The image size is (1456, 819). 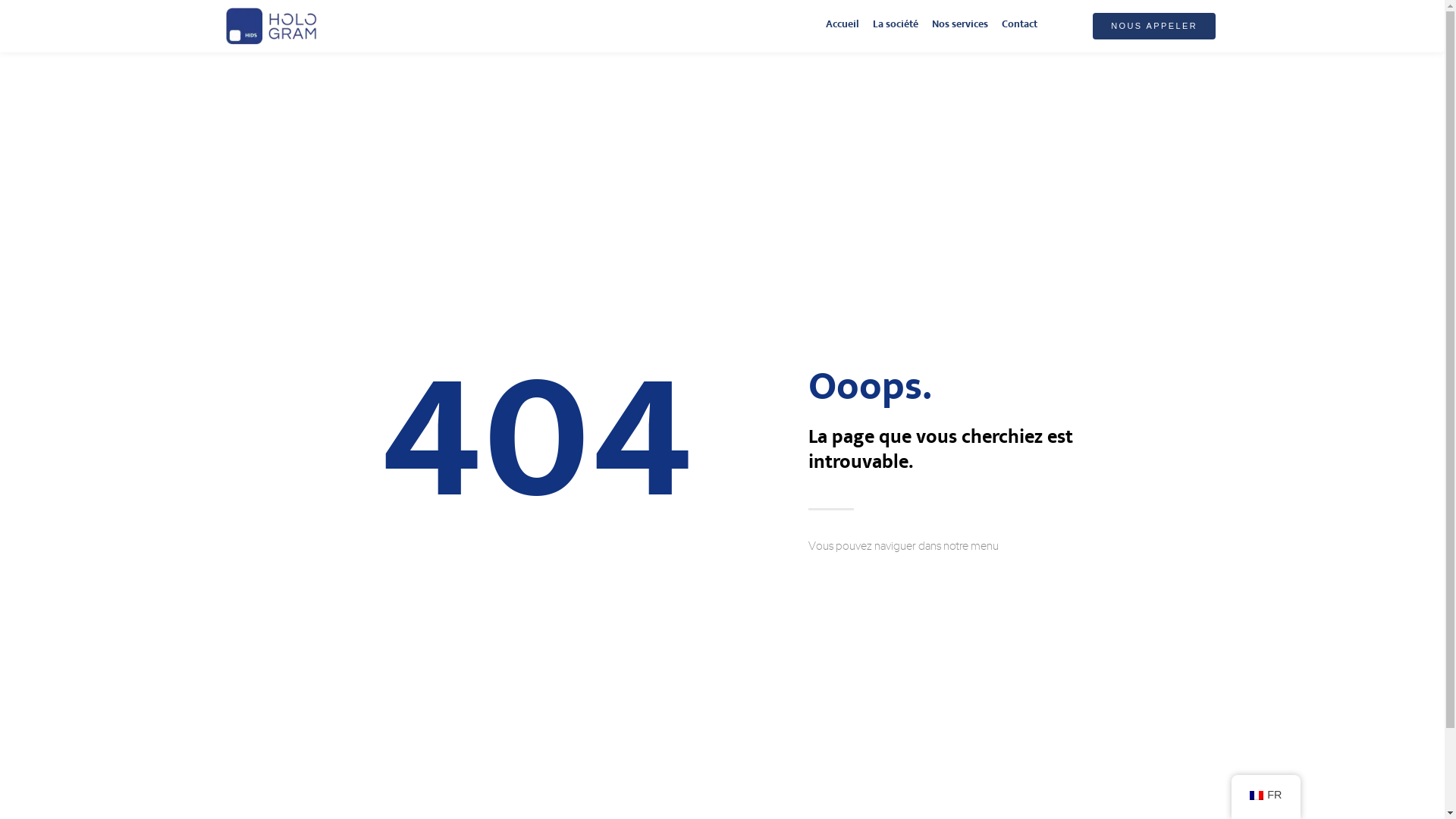 I want to click on 'Accueil', so click(x=841, y=26).